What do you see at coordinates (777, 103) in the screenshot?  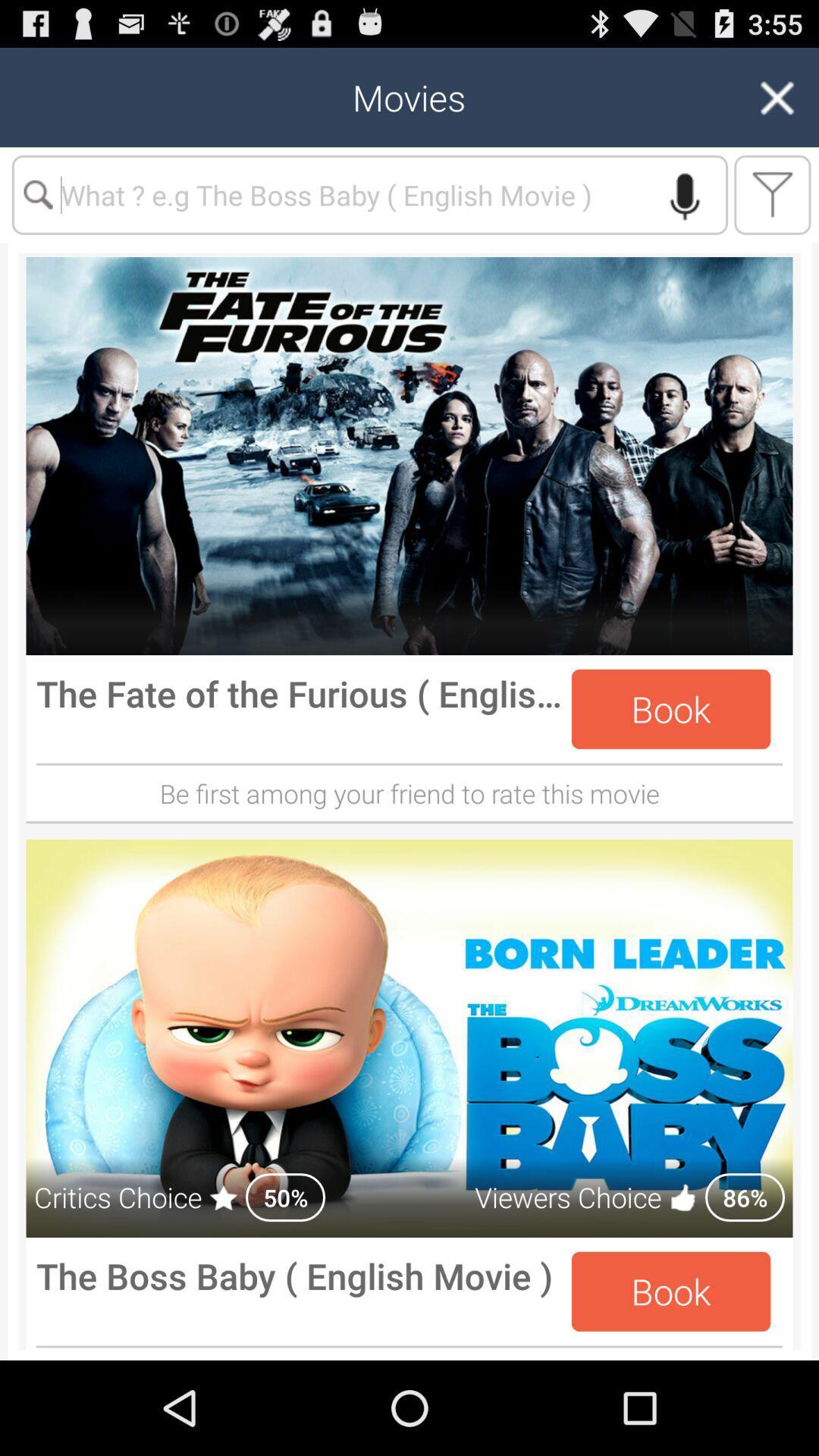 I see `the close icon` at bounding box center [777, 103].